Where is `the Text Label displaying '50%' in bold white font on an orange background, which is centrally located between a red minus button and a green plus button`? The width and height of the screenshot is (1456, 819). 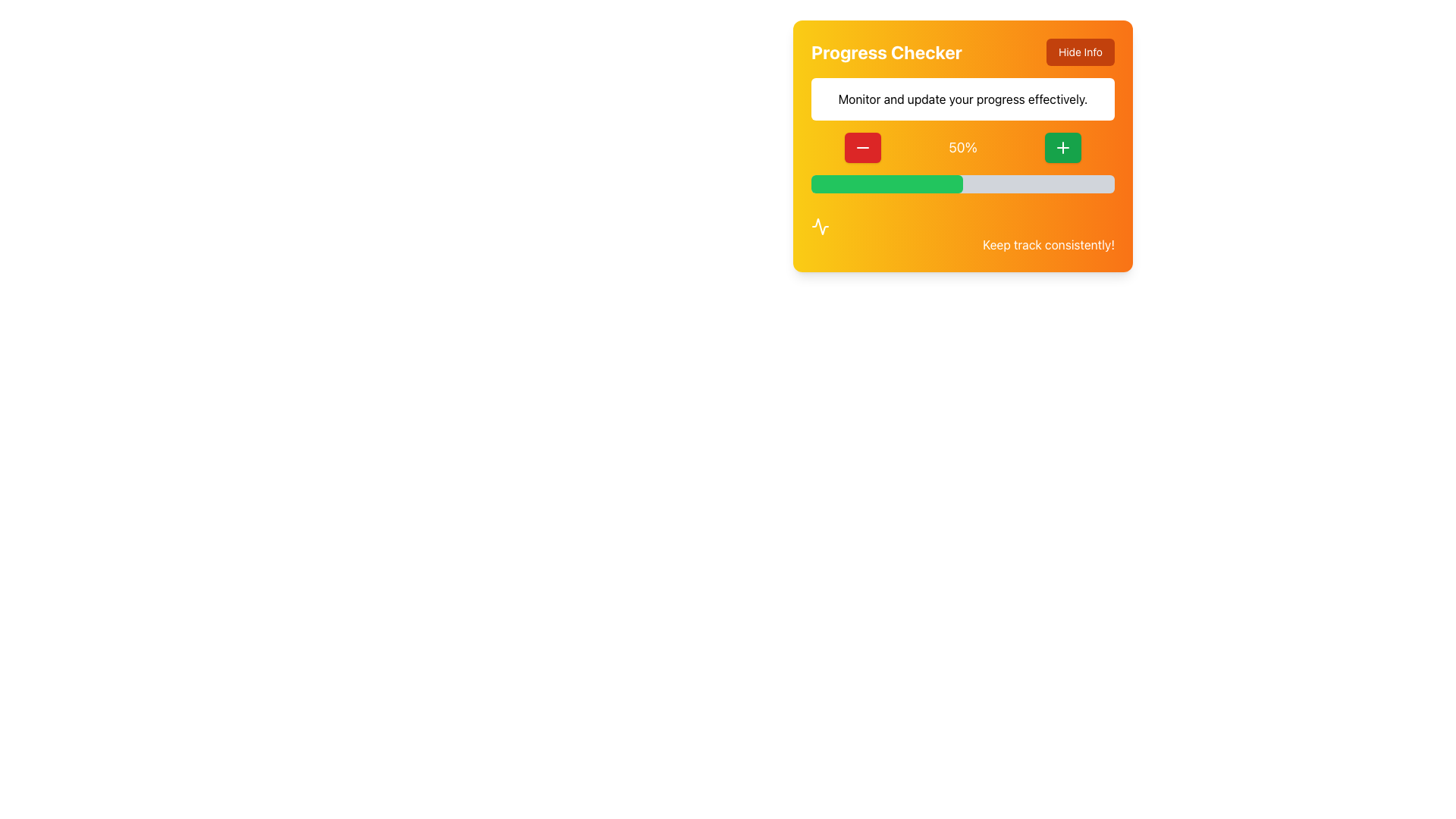
the Text Label displaying '50%' in bold white font on an orange background, which is centrally located between a red minus button and a green plus button is located at coordinates (962, 148).